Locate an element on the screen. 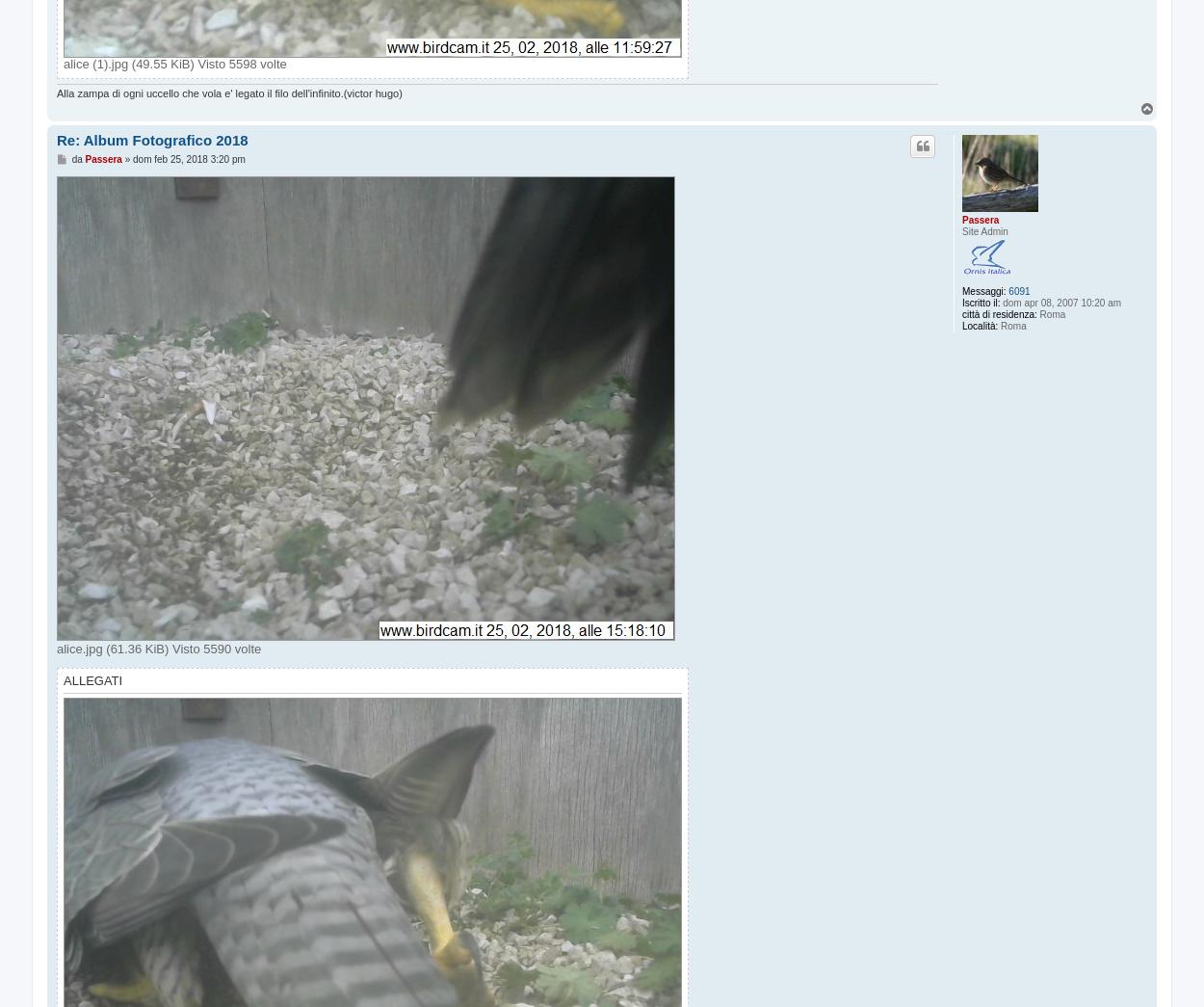 The image size is (1204, 1007). 'dom apr 08, 2007 10:20 am' is located at coordinates (1060, 302).